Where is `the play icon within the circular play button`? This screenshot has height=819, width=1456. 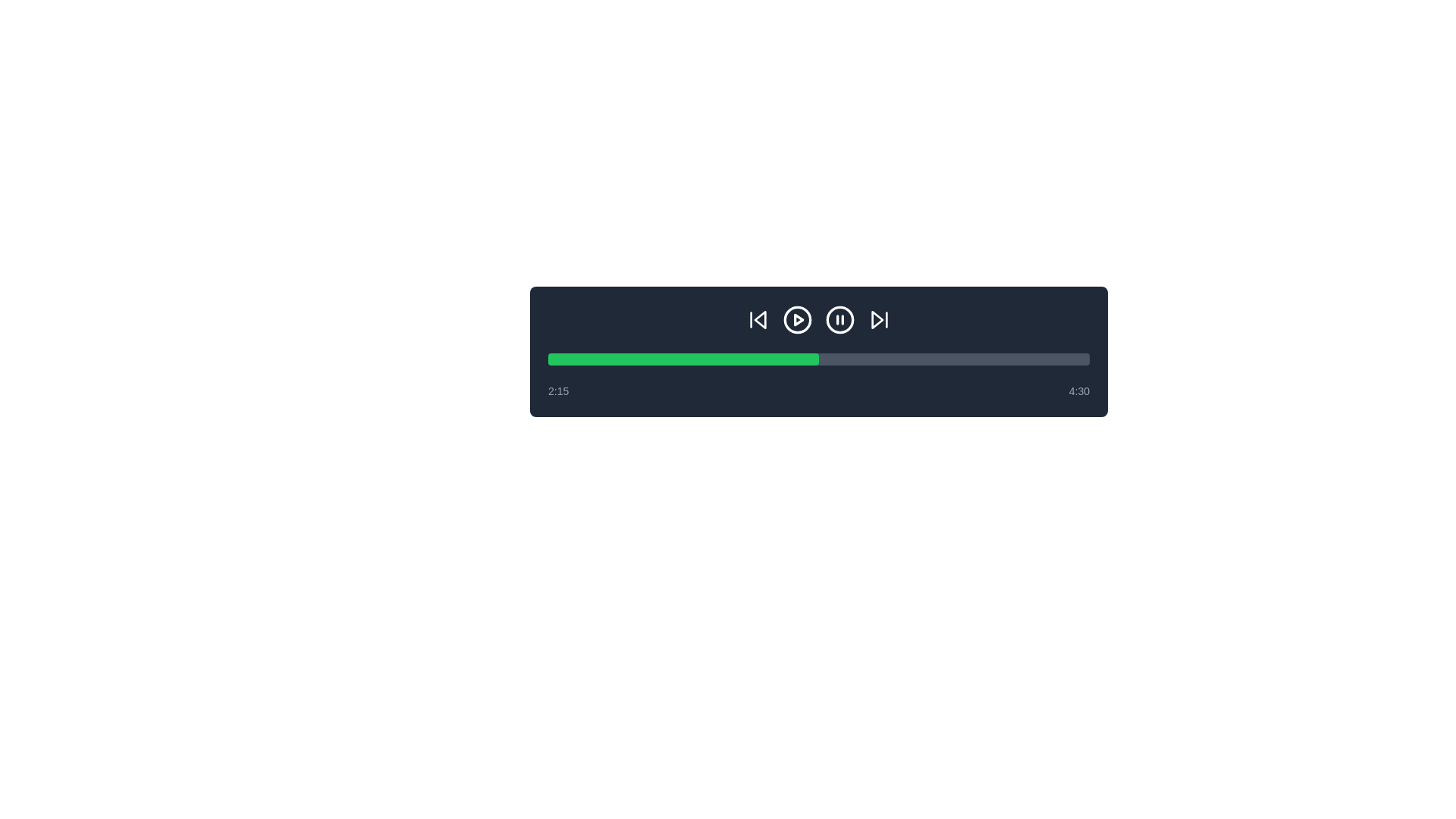
the play icon within the circular play button is located at coordinates (798, 318).